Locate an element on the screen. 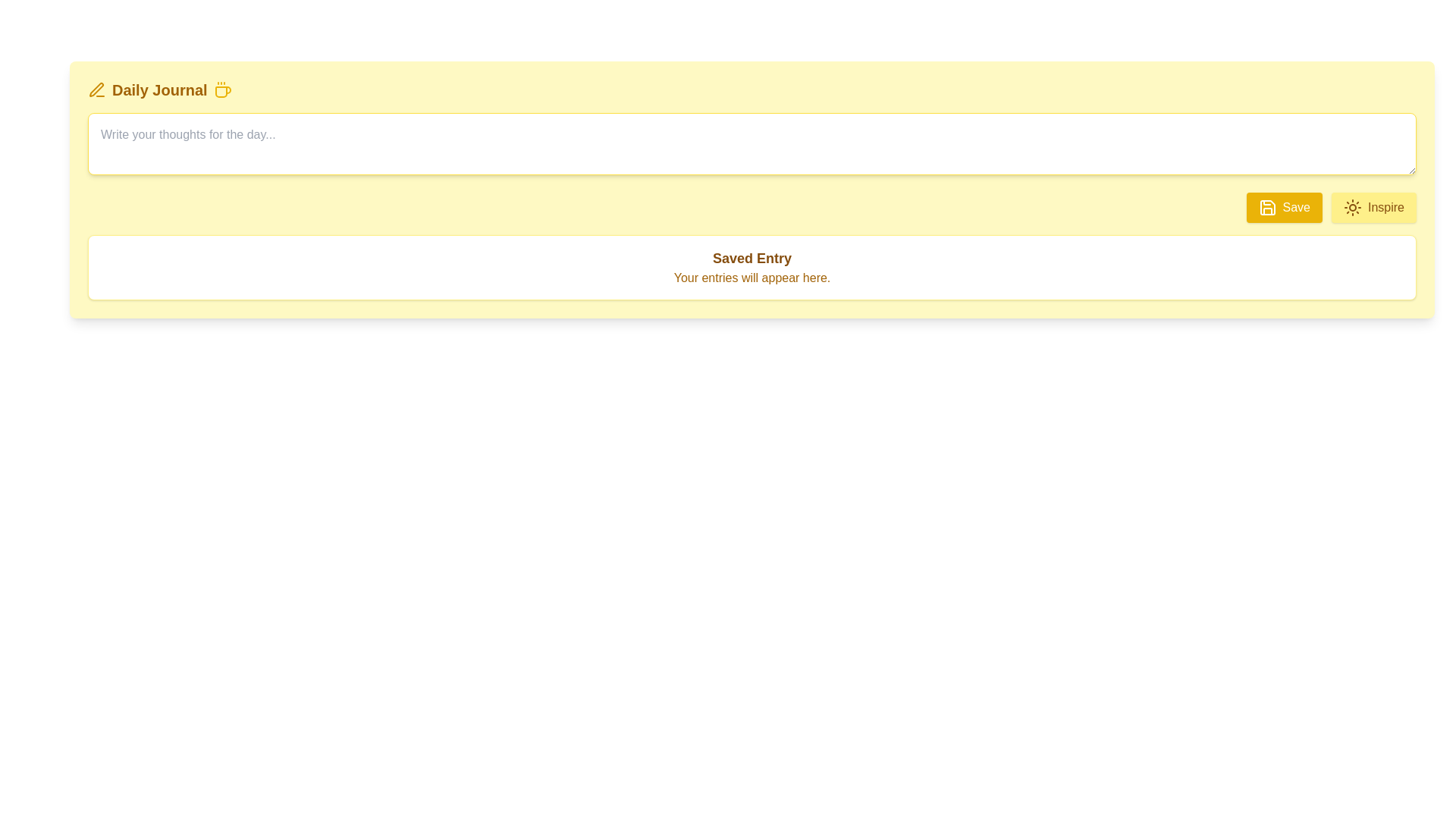 This screenshot has height=819, width=1456. the save icon located within the yellow 'Save' button at the upper right of the interface is located at coordinates (1267, 207).